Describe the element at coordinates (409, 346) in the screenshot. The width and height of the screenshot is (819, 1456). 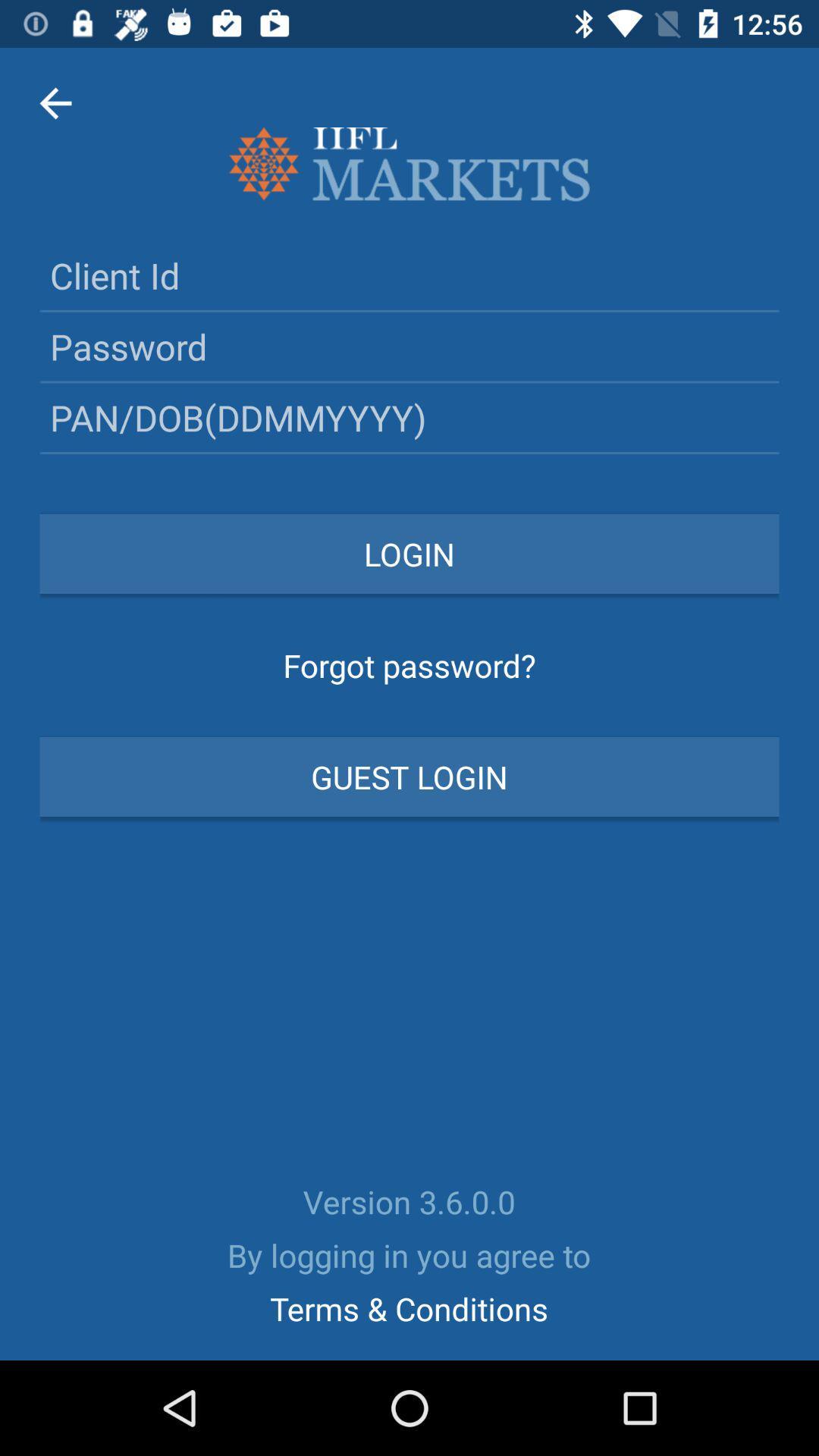
I see `the second text field` at that location.